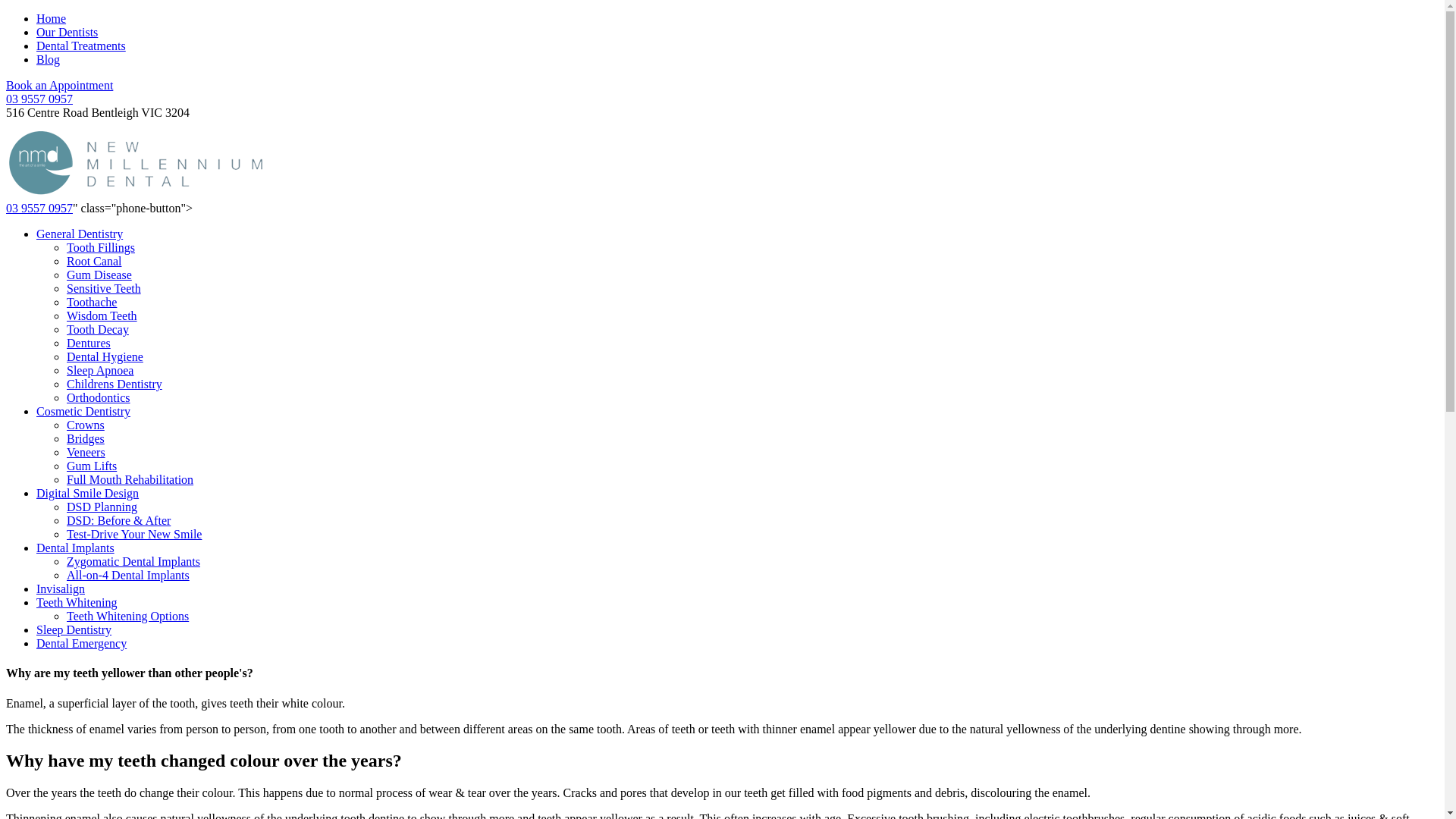 This screenshot has height=819, width=1456. What do you see at coordinates (61, 588) in the screenshot?
I see `'Invisalign'` at bounding box center [61, 588].